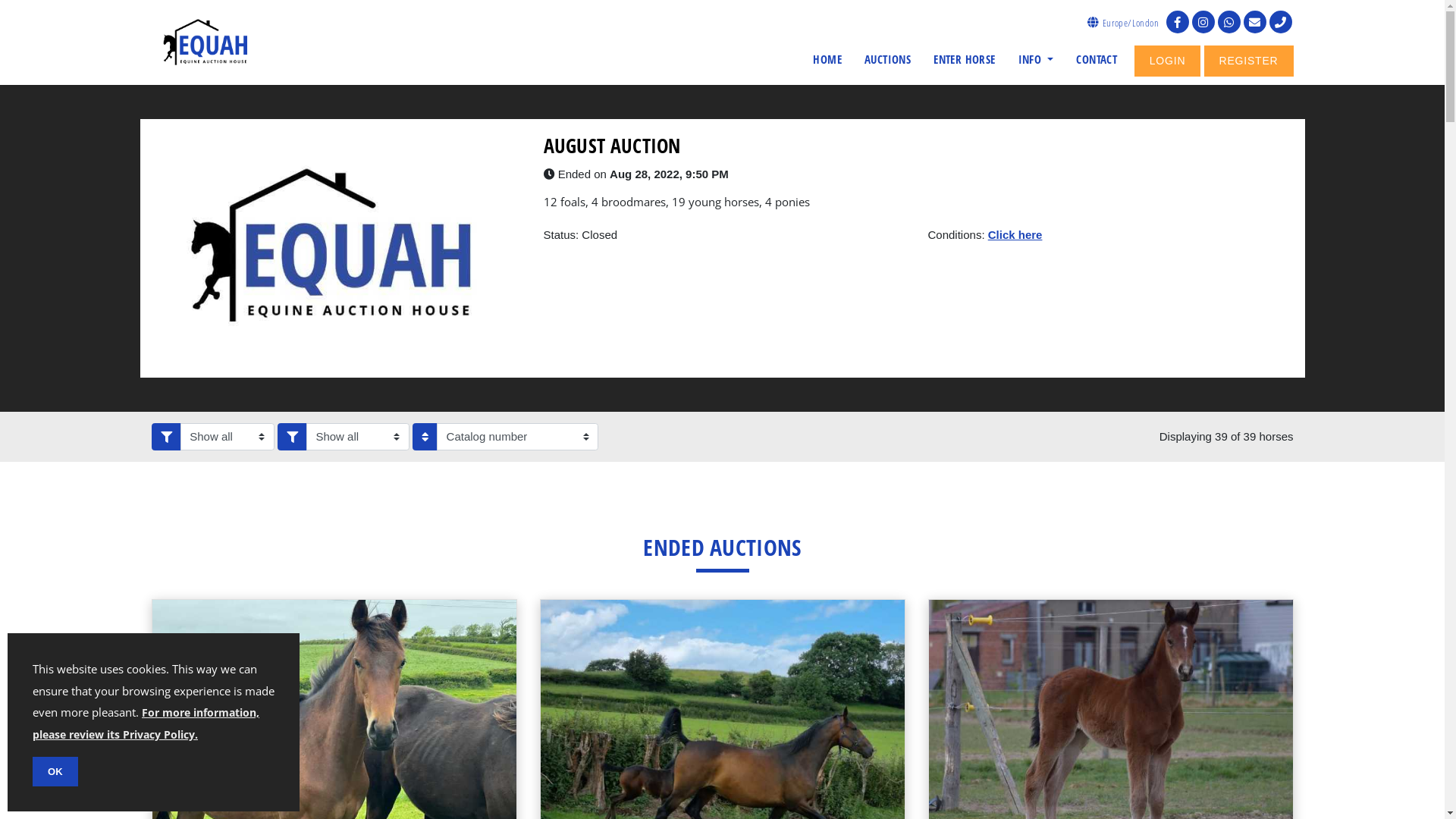  What do you see at coordinates (55, 772) in the screenshot?
I see `'OK'` at bounding box center [55, 772].